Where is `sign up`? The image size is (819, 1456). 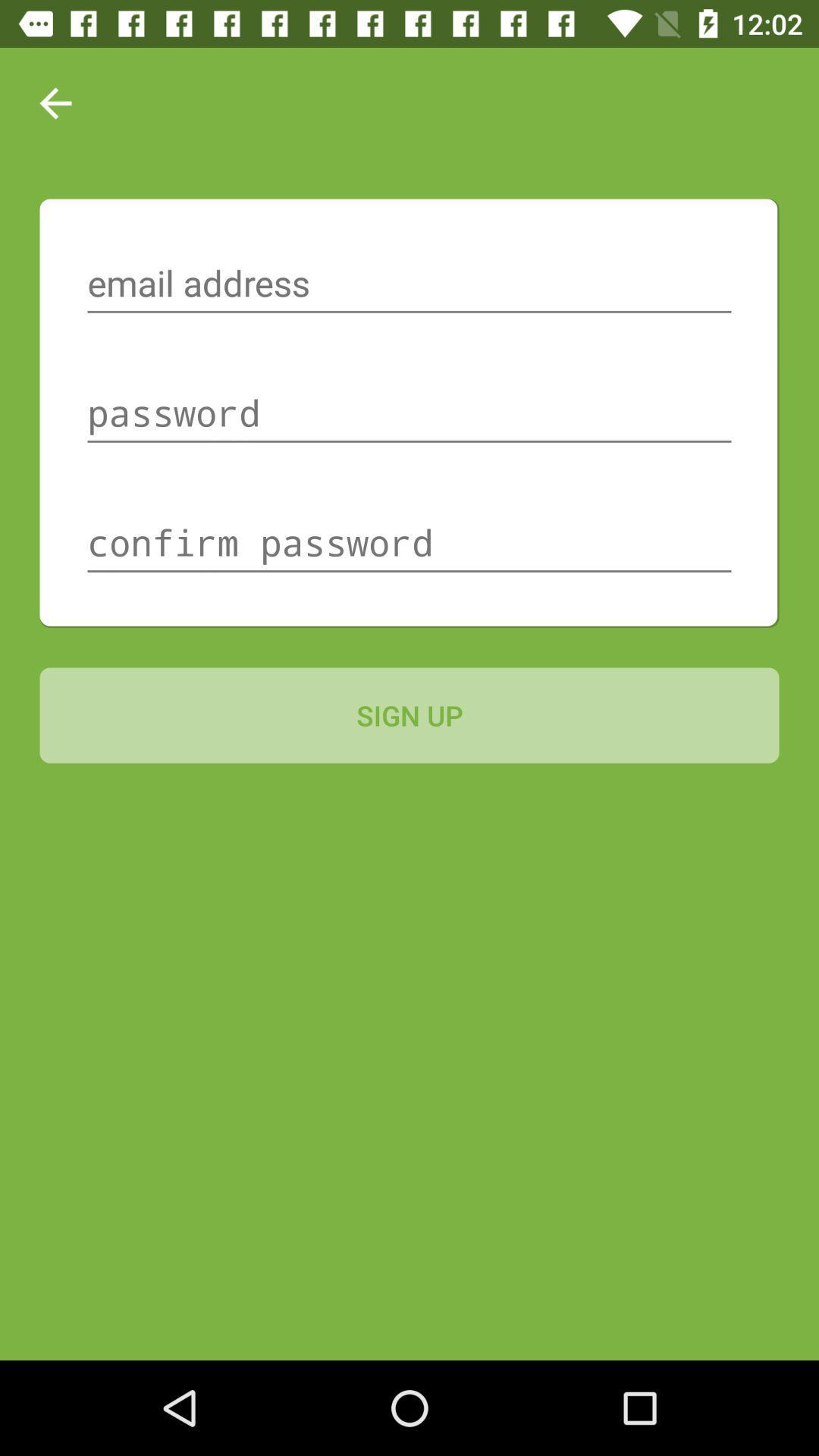 sign up is located at coordinates (409, 714).